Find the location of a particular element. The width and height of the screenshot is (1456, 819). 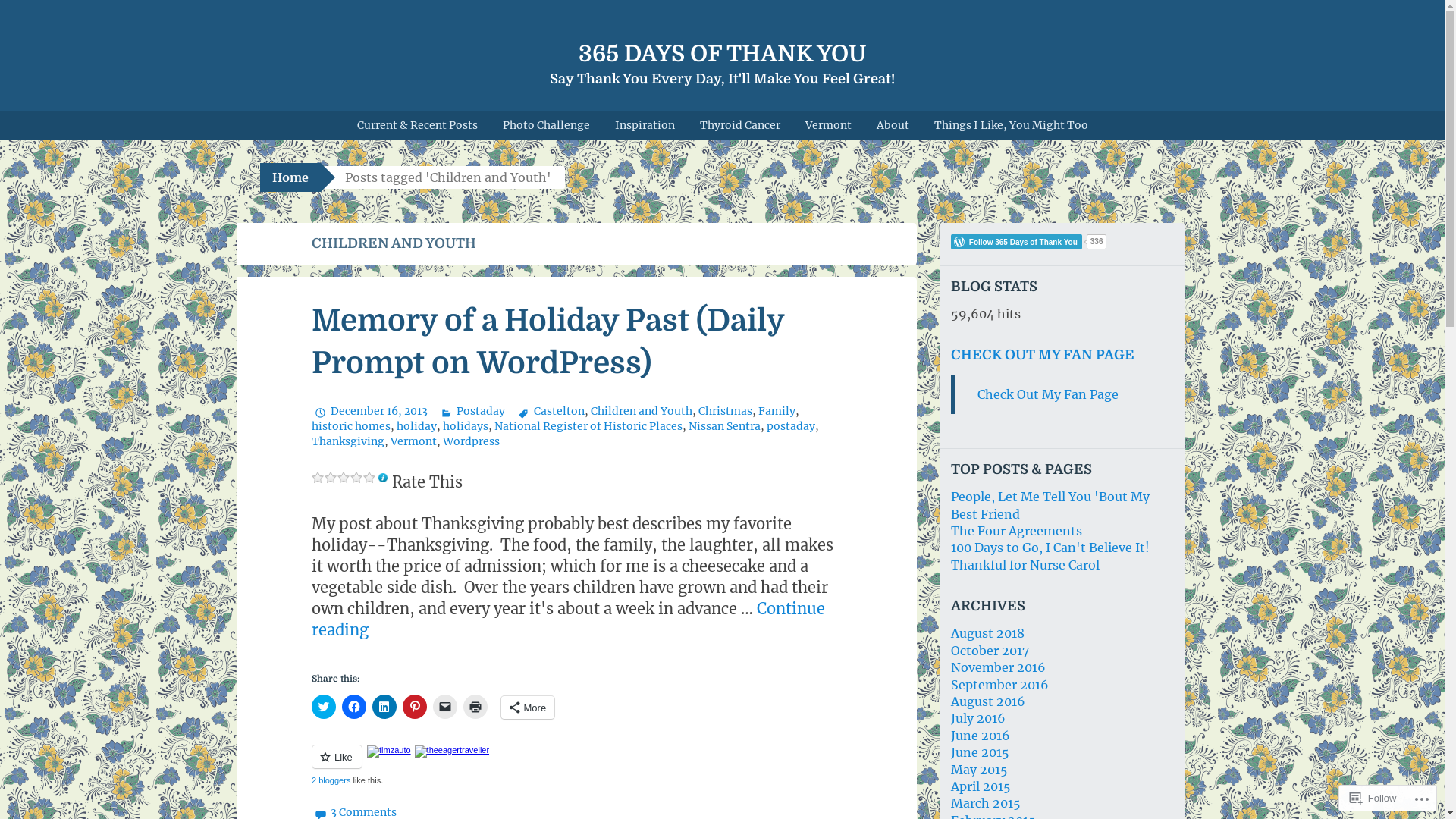

'Click to share on Twitter (Opens in new window)' is located at coordinates (322, 707).